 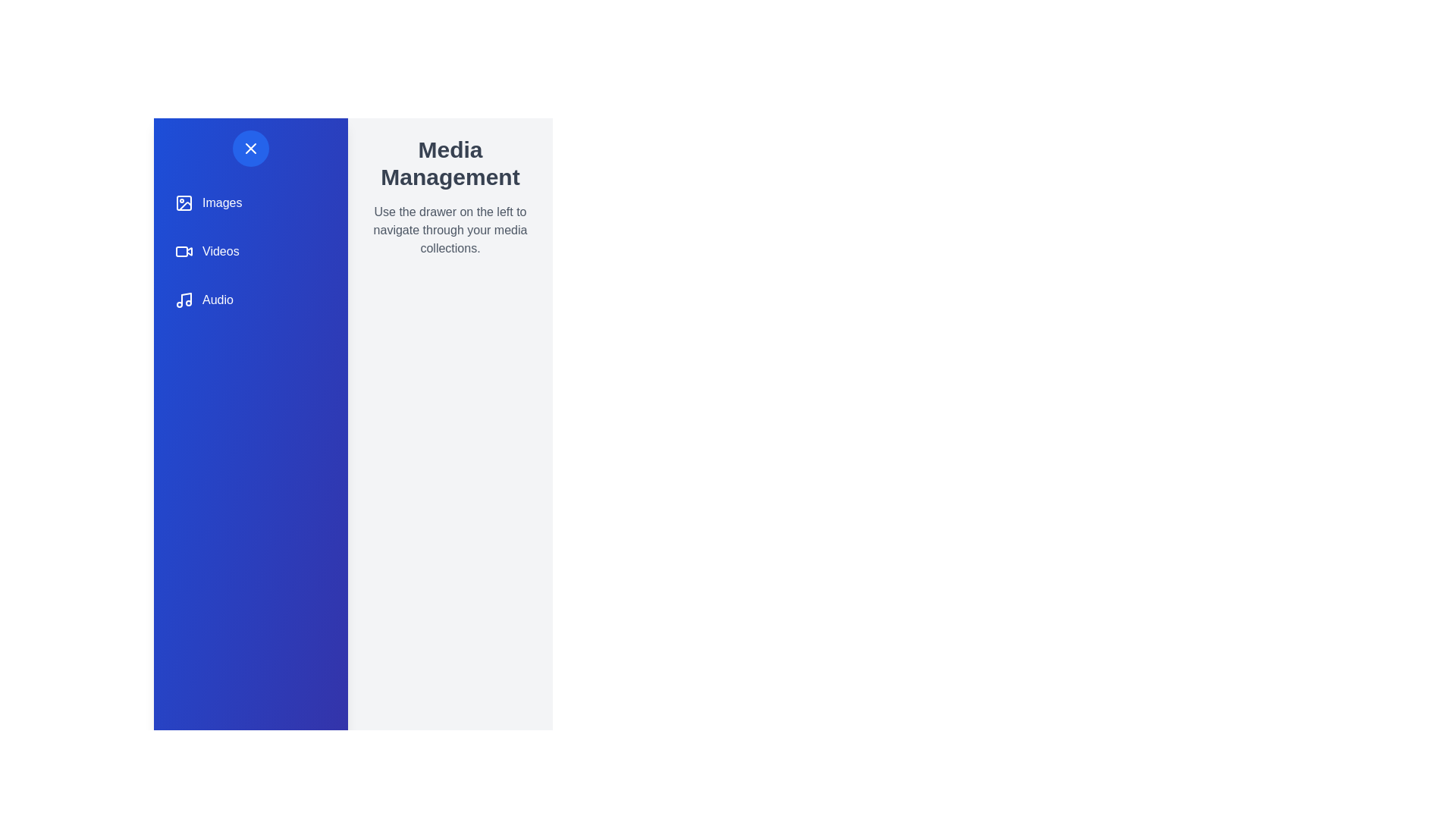 I want to click on the 'Videos' text label in the second row of the menu, so click(x=220, y=250).